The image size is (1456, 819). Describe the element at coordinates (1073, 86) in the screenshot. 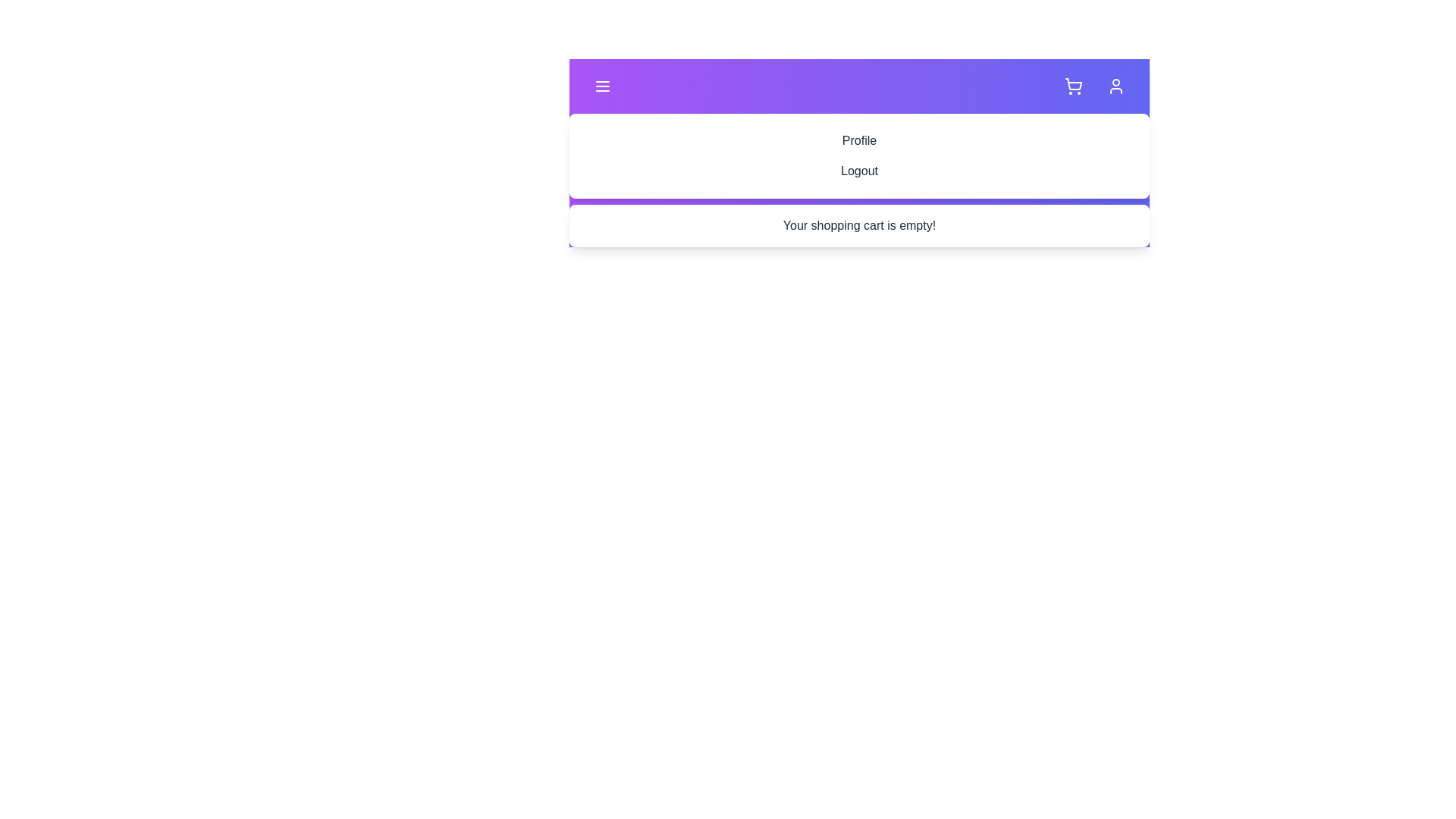

I see `shopping cart icon to toggle the visibility of the shopping cart` at that location.